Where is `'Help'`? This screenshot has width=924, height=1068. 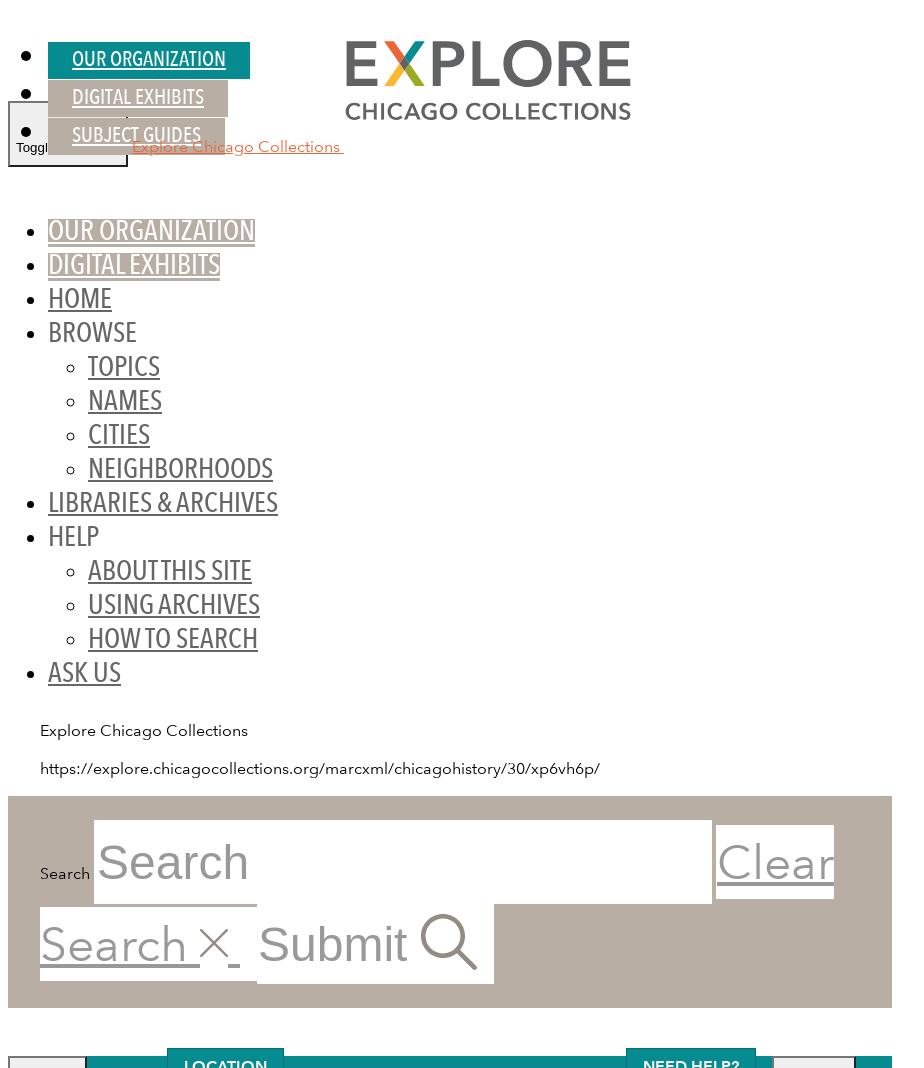 'Help' is located at coordinates (73, 538).